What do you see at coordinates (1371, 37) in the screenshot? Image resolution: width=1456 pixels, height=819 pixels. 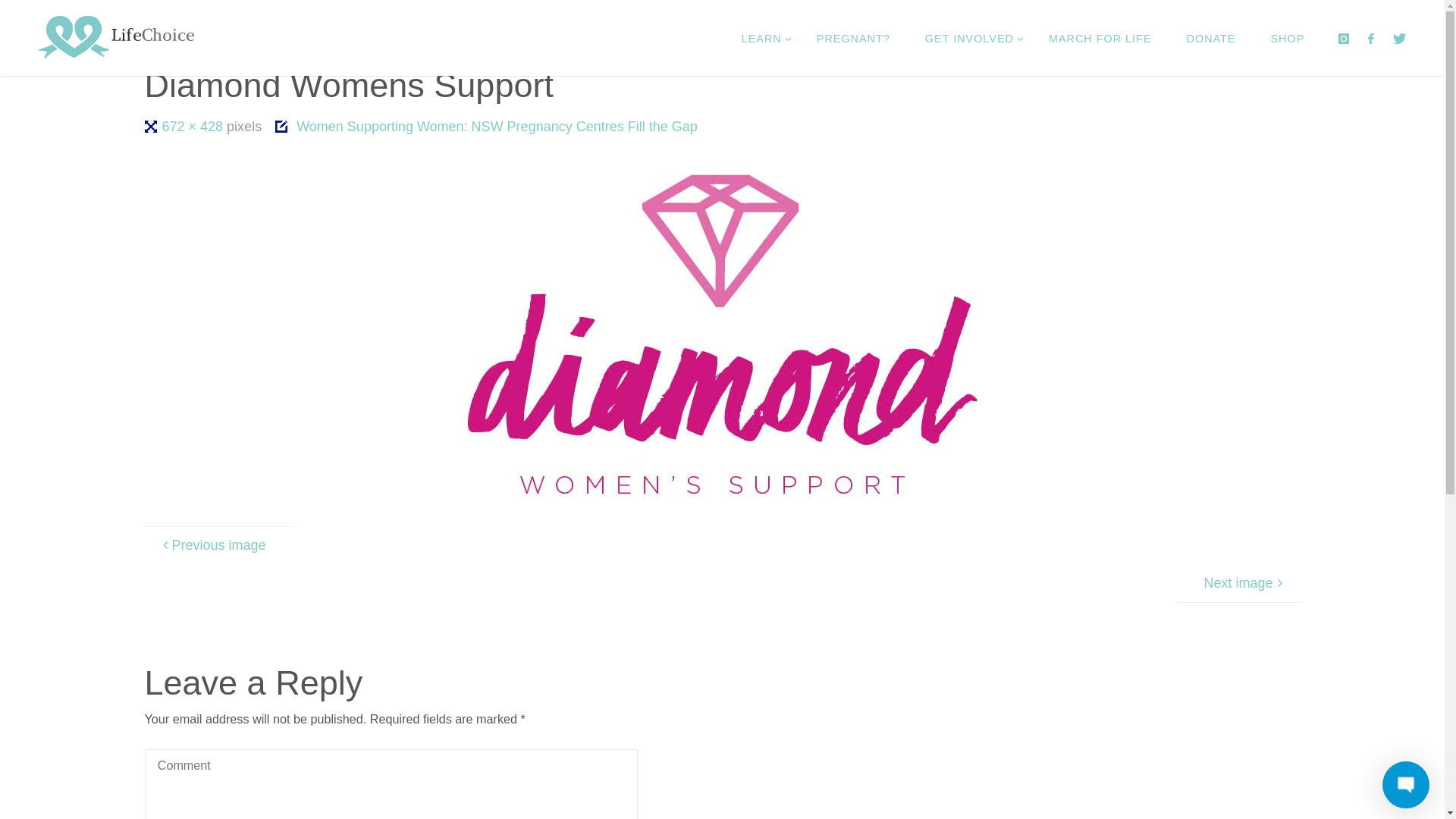 I see `'Facebook'` at bounding box center [1371, 37].